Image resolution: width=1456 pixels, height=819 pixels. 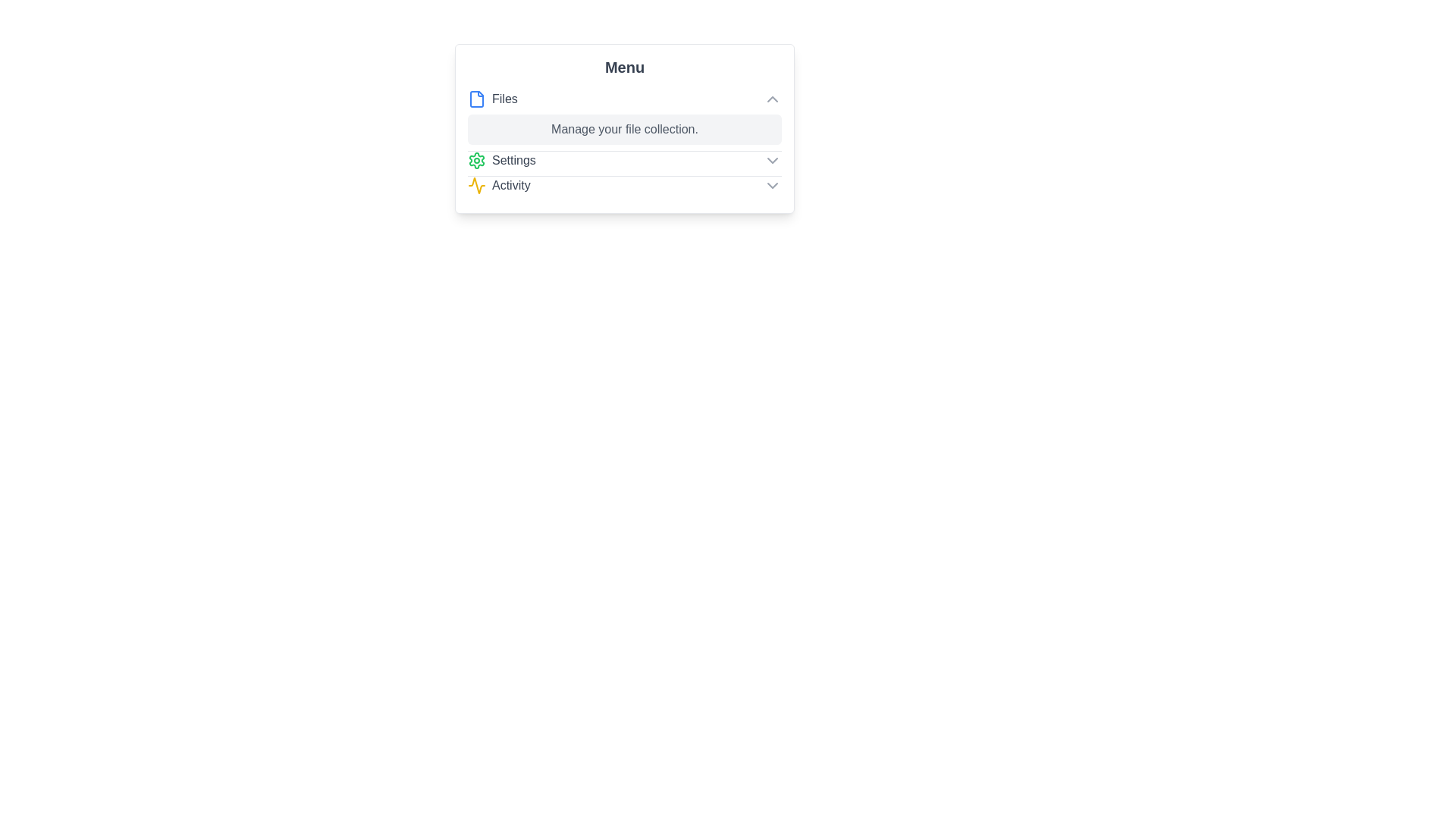 What do you see at coordinates (475, 161) in the screenshot?
I see `the icon next to Settings to trigger its interaction` at bounding box center [475, 161].